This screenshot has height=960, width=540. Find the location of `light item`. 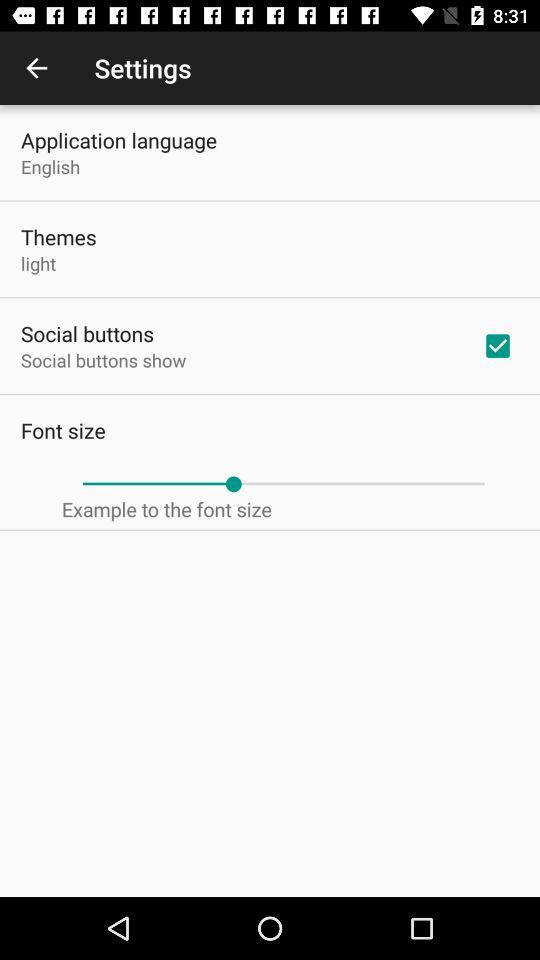

light item is located at coordinates (38, 262).